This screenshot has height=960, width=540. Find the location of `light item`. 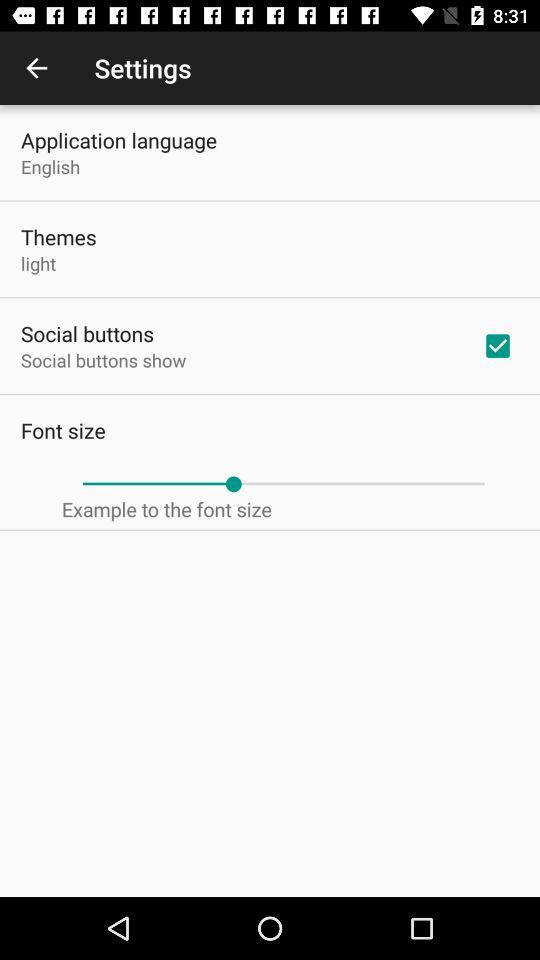

light item is located at coordinates (38, 262).